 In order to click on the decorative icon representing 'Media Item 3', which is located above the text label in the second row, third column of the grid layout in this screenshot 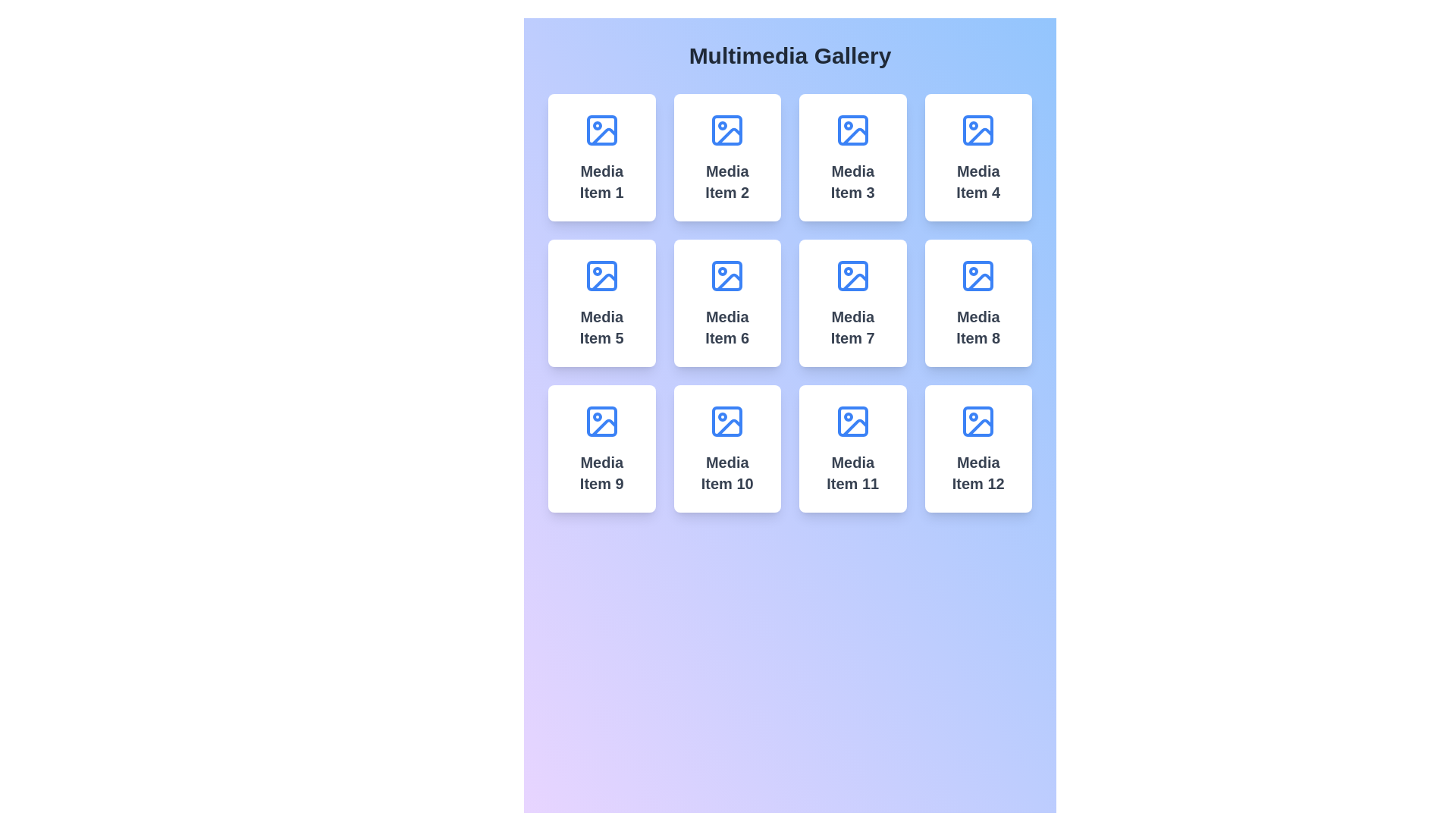, I will do `click(852, 130)`.